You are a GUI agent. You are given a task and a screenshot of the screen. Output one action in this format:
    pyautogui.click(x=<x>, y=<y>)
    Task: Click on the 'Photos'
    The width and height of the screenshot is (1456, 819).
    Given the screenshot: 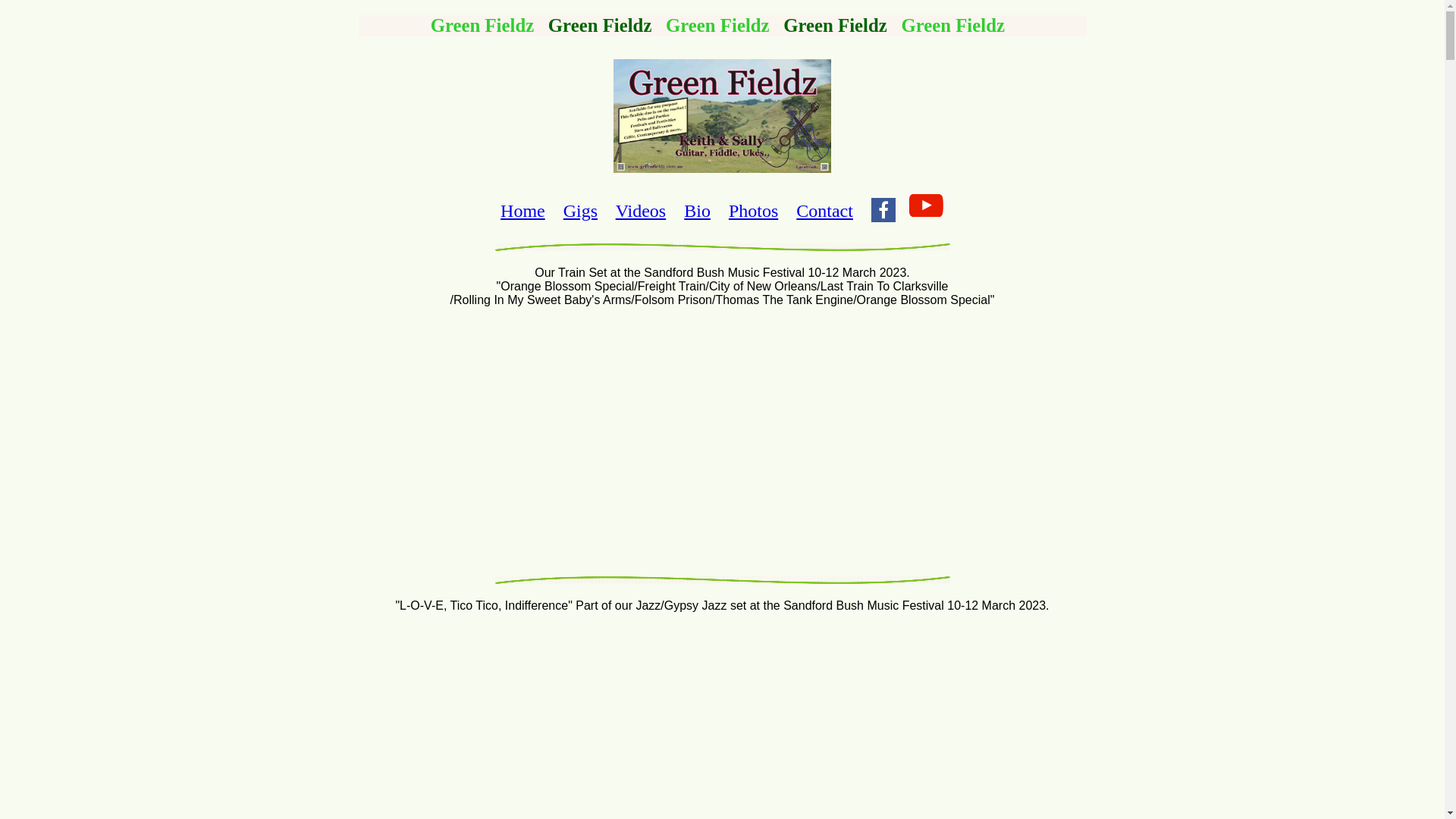 What is the action you would take?
    pyautogui.click(x=753, y=210)
    